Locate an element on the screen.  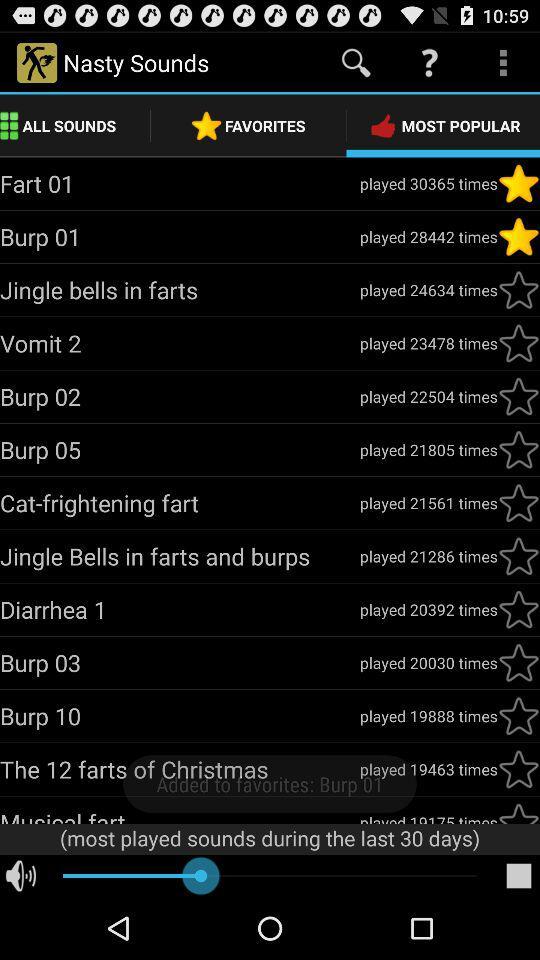
to favorites is located at coordinates (518, 289).